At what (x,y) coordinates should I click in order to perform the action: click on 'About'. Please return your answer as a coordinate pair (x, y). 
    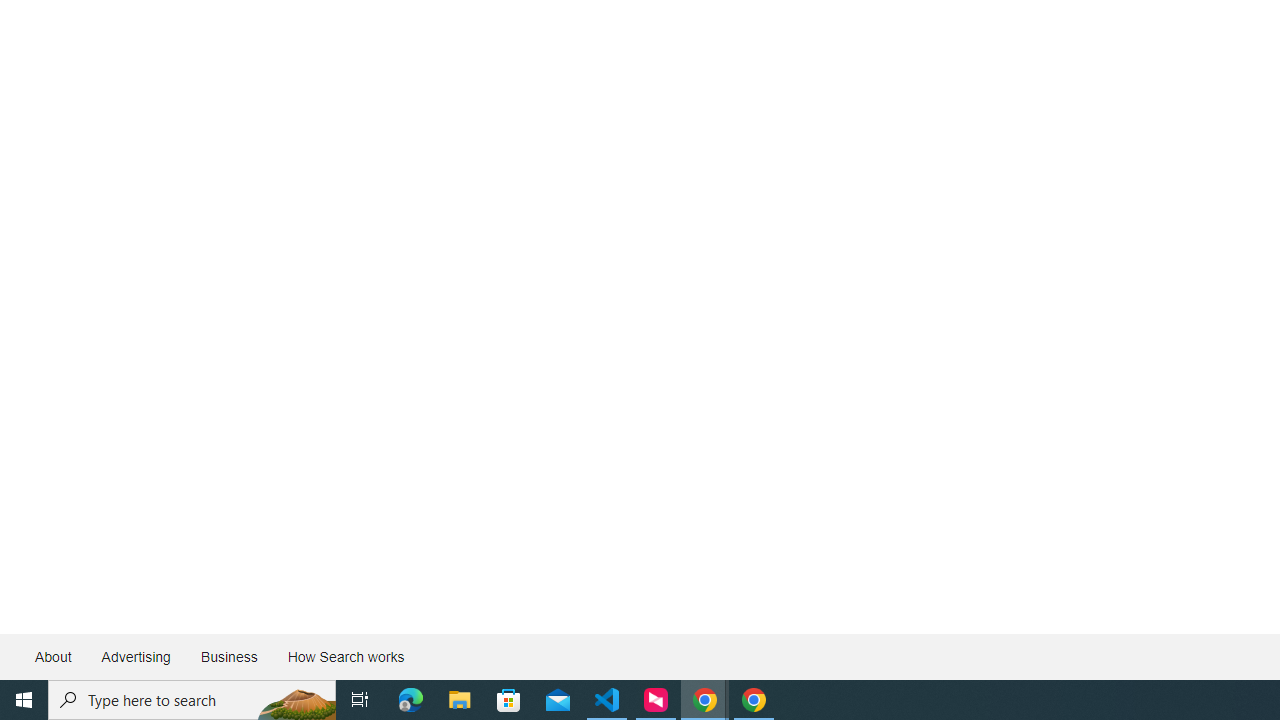
    Looking at the image, I should click on (53, 657).